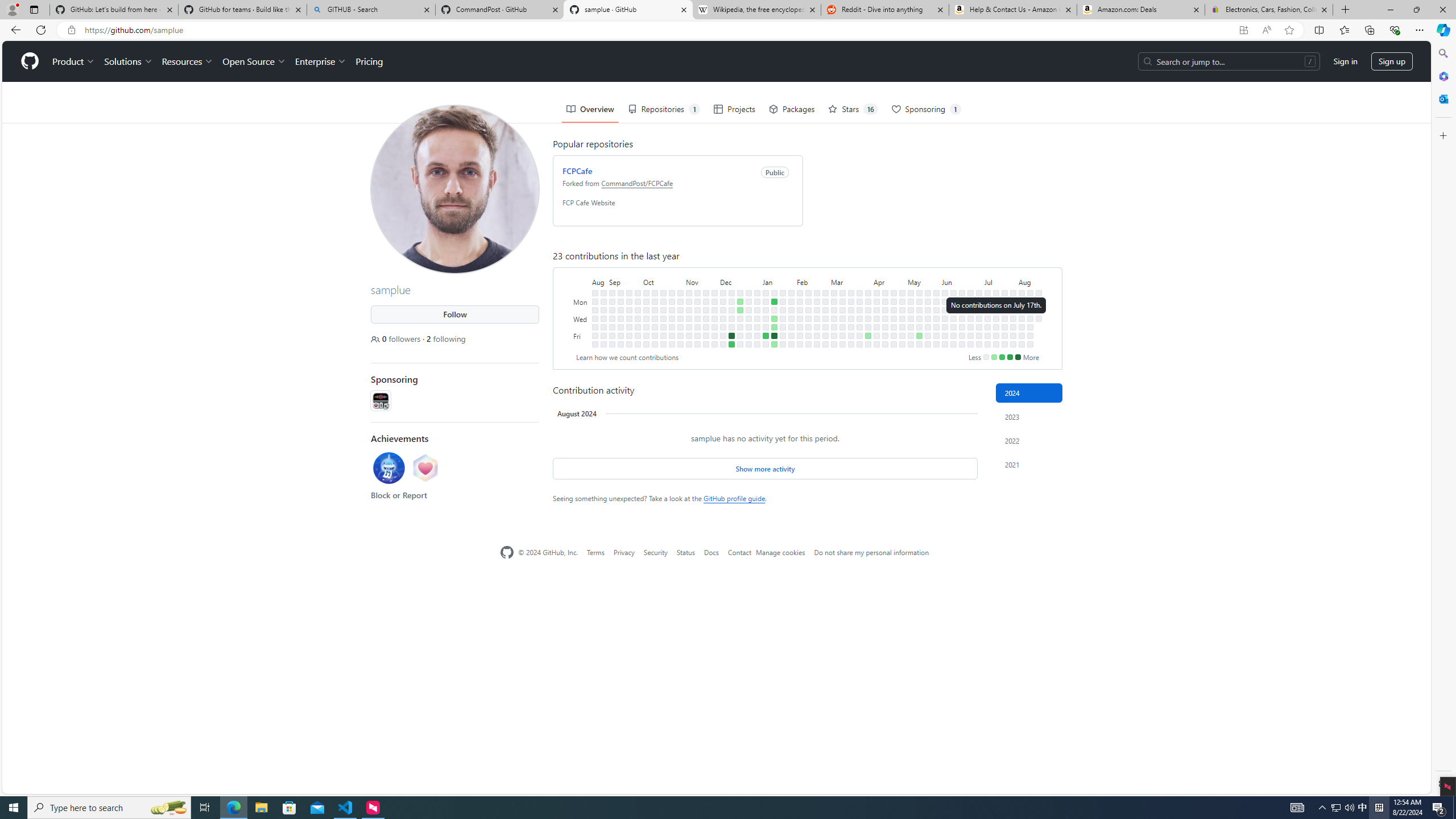 The image size is (1456, 819). What do you see at coordinates (739, 326) in the screenshot?
I see `'No contributions on December 21st.'` at bounding box center [739, 326].